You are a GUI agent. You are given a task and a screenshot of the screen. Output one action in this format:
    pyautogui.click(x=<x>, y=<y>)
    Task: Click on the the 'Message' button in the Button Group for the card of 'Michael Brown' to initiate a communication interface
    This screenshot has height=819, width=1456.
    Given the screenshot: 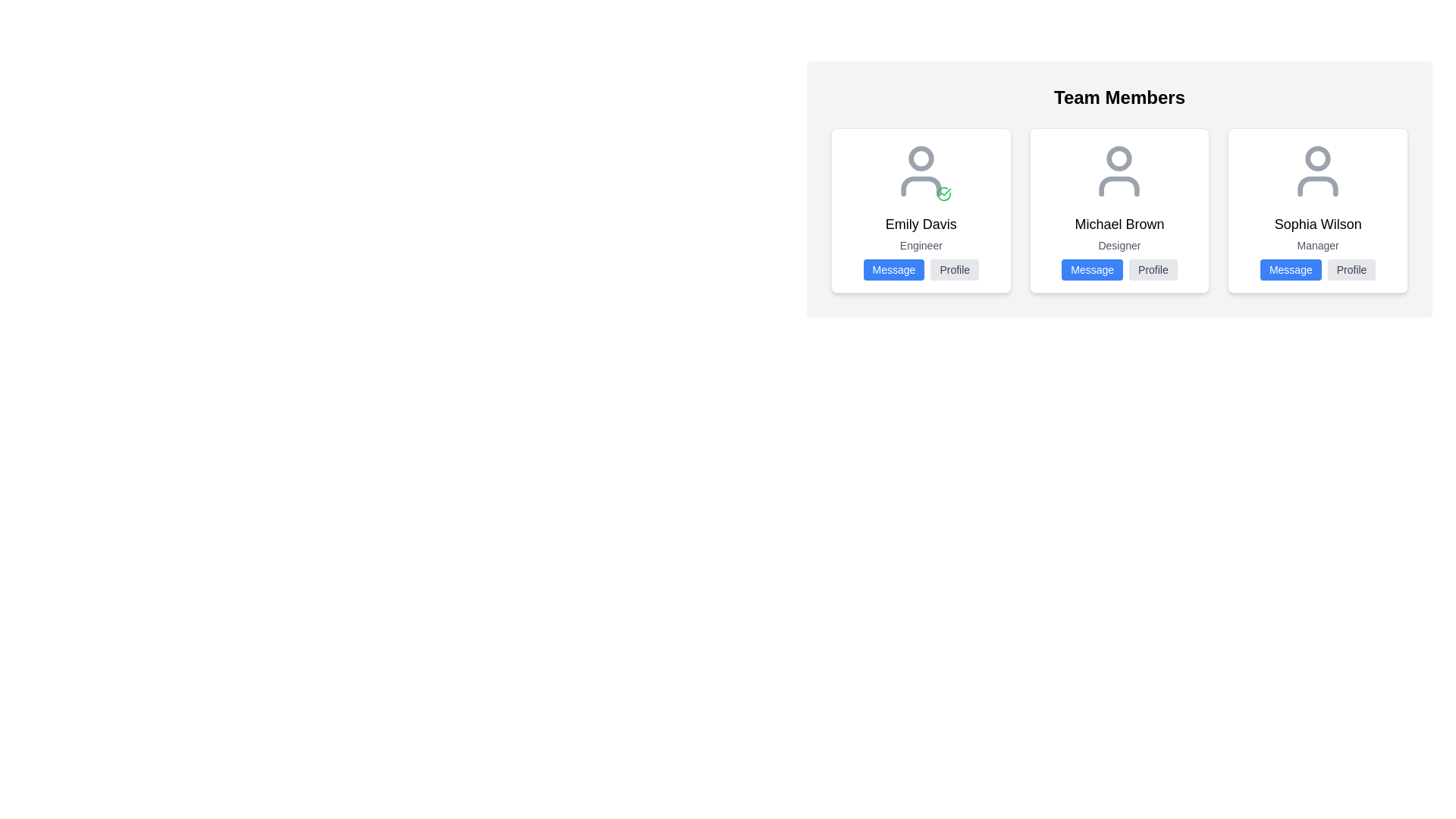 What is the action you would take?
    pyautogui.click(x=1119, y=268)
    